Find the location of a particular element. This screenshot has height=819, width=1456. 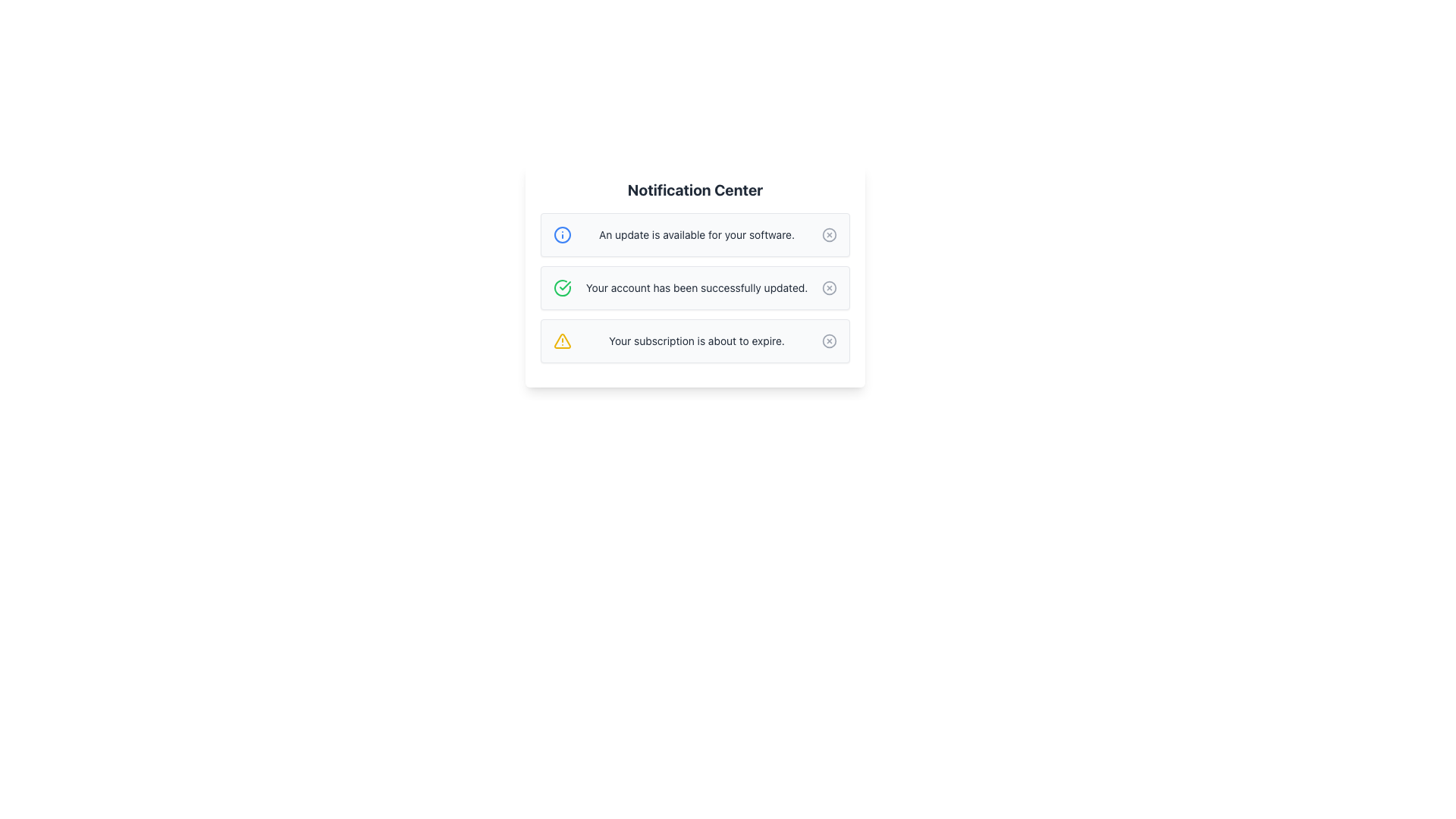

the circular graphical element located in the second row of the notification list, which indicates status or context is located at coordinates (829, 288).